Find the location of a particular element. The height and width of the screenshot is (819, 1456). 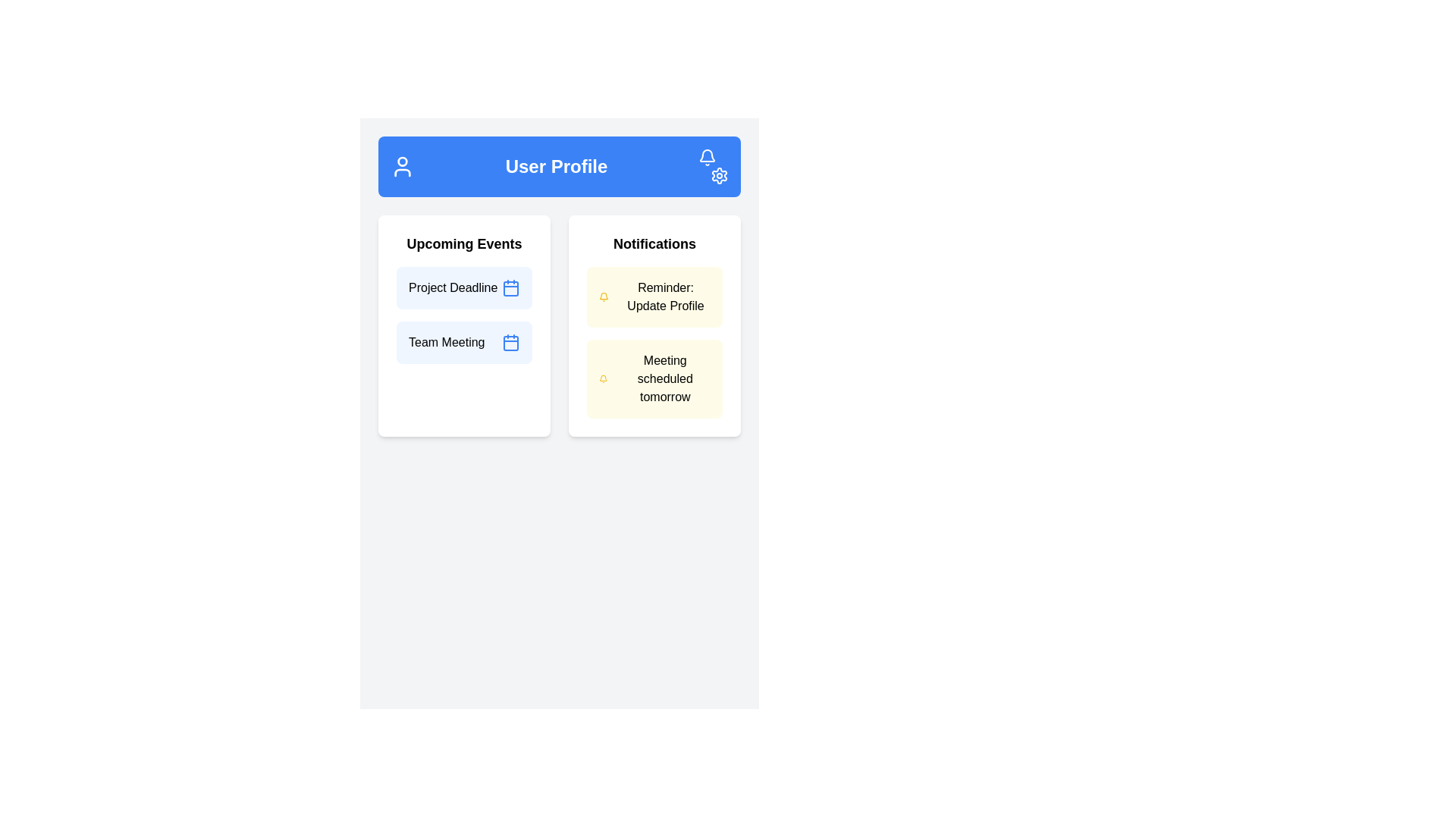

the Notification card displaying 'Meeting scheduled tomorrow' with a light yellow background, located below the 'Reminder: Update Profile' notification in the Notifications panel is located at coordinates (654, 342).